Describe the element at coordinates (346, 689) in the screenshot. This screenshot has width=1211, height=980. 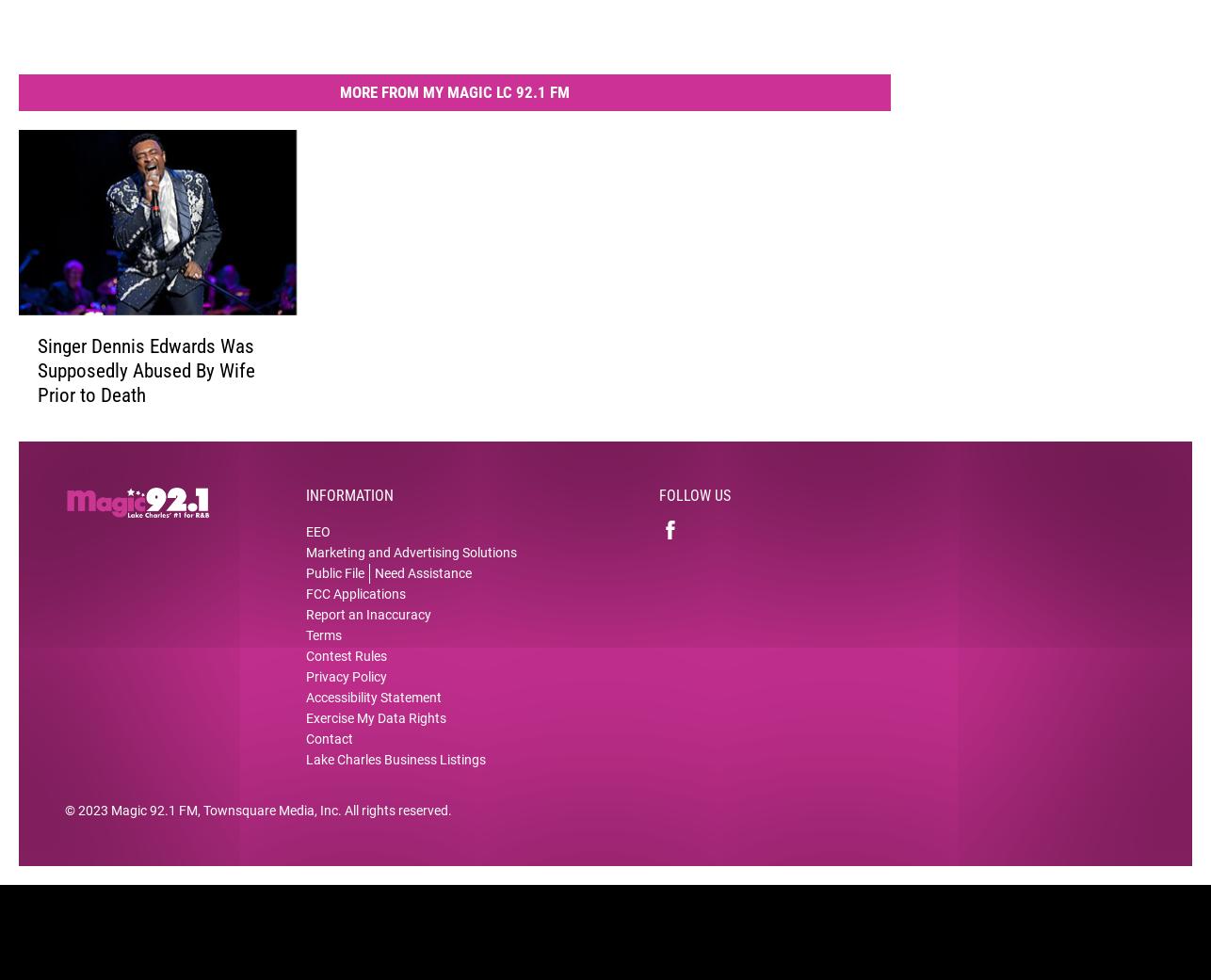
I see `'Privacy Policy'` at that location.